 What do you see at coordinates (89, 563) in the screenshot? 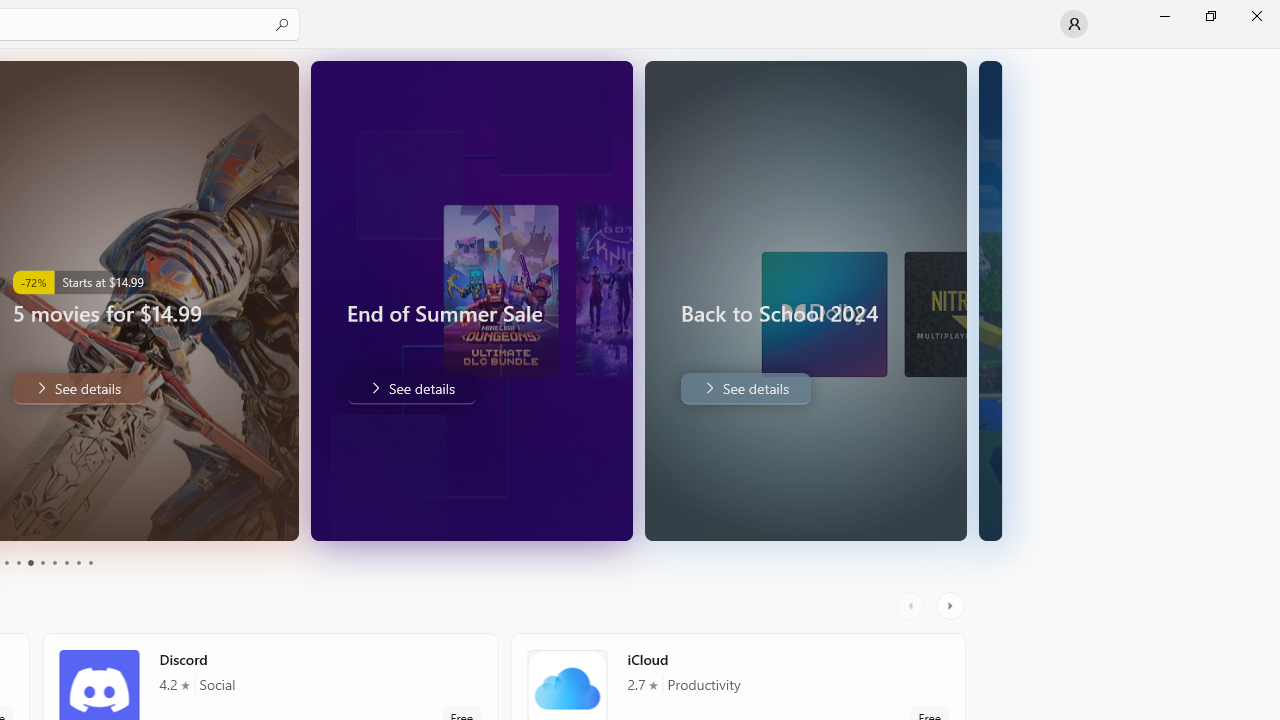
I see `'Page 10'` at bounding box center [89, 563].